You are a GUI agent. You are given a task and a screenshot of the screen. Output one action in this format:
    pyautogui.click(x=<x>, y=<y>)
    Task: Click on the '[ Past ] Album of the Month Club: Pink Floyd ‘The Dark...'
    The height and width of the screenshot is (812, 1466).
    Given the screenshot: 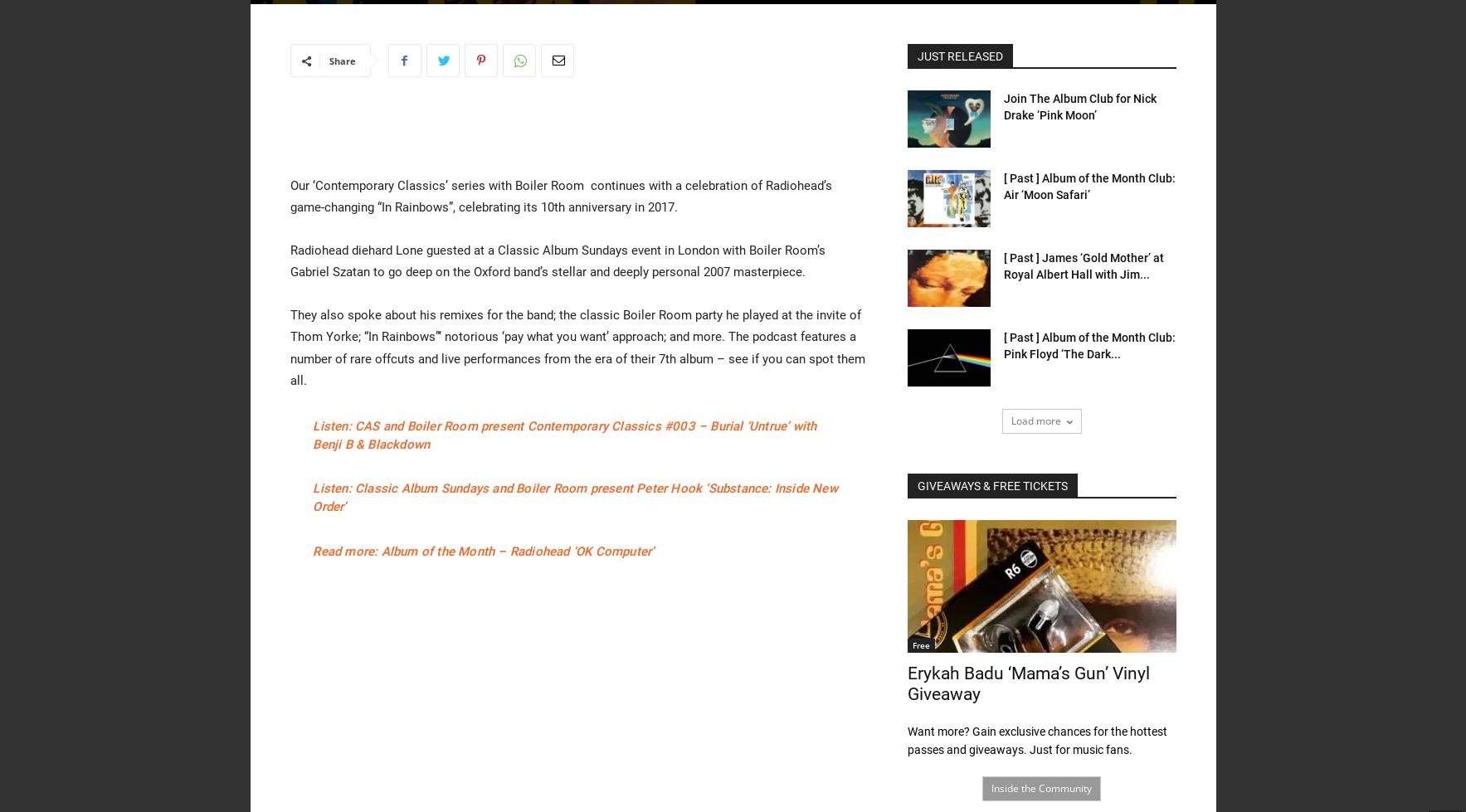 What is the action you would take?
    pyautogui.click(x=1001, y=345)
    